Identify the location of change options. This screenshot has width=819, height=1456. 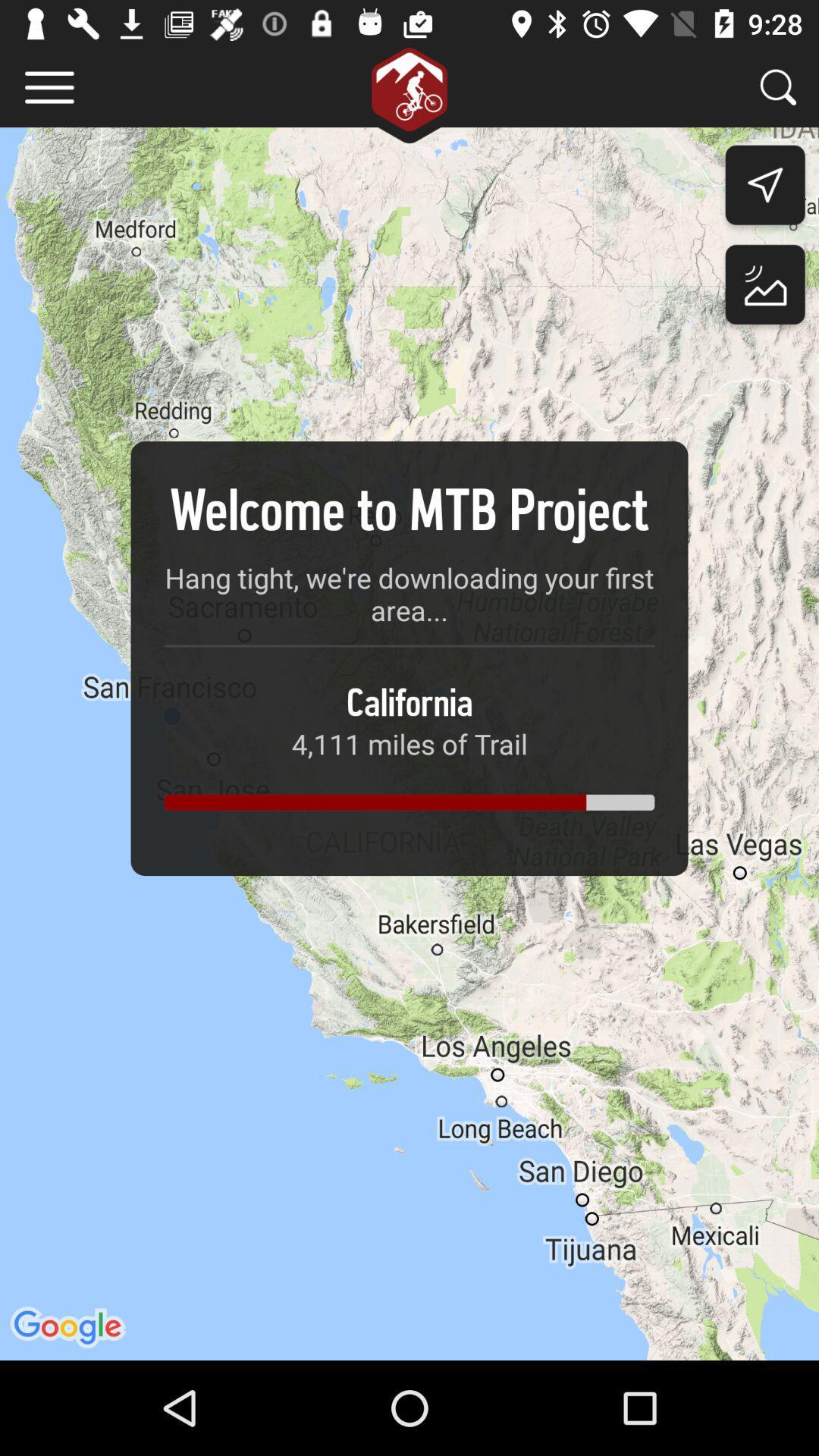
(49, 86).